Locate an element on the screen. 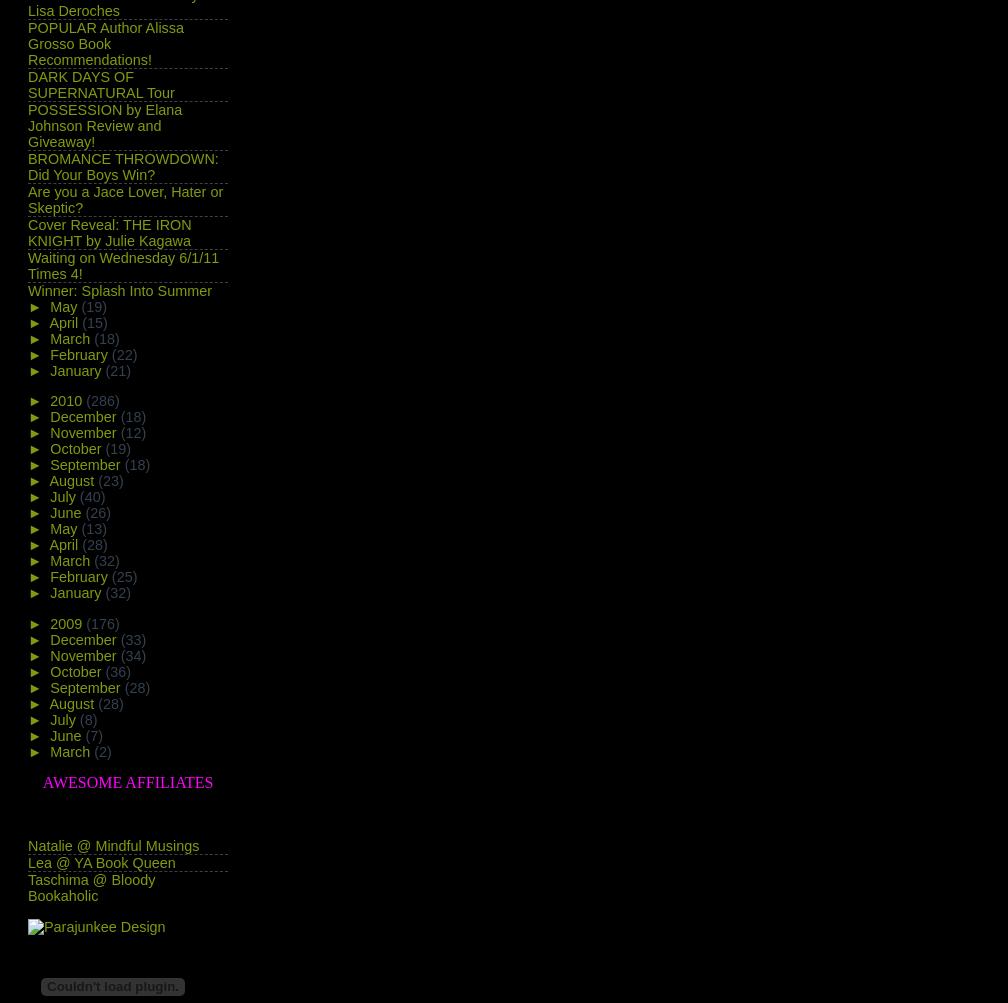 The image size is (1008, 1003). 'Natalie @ Mindful Musings' is located at coordinates (113, 846).